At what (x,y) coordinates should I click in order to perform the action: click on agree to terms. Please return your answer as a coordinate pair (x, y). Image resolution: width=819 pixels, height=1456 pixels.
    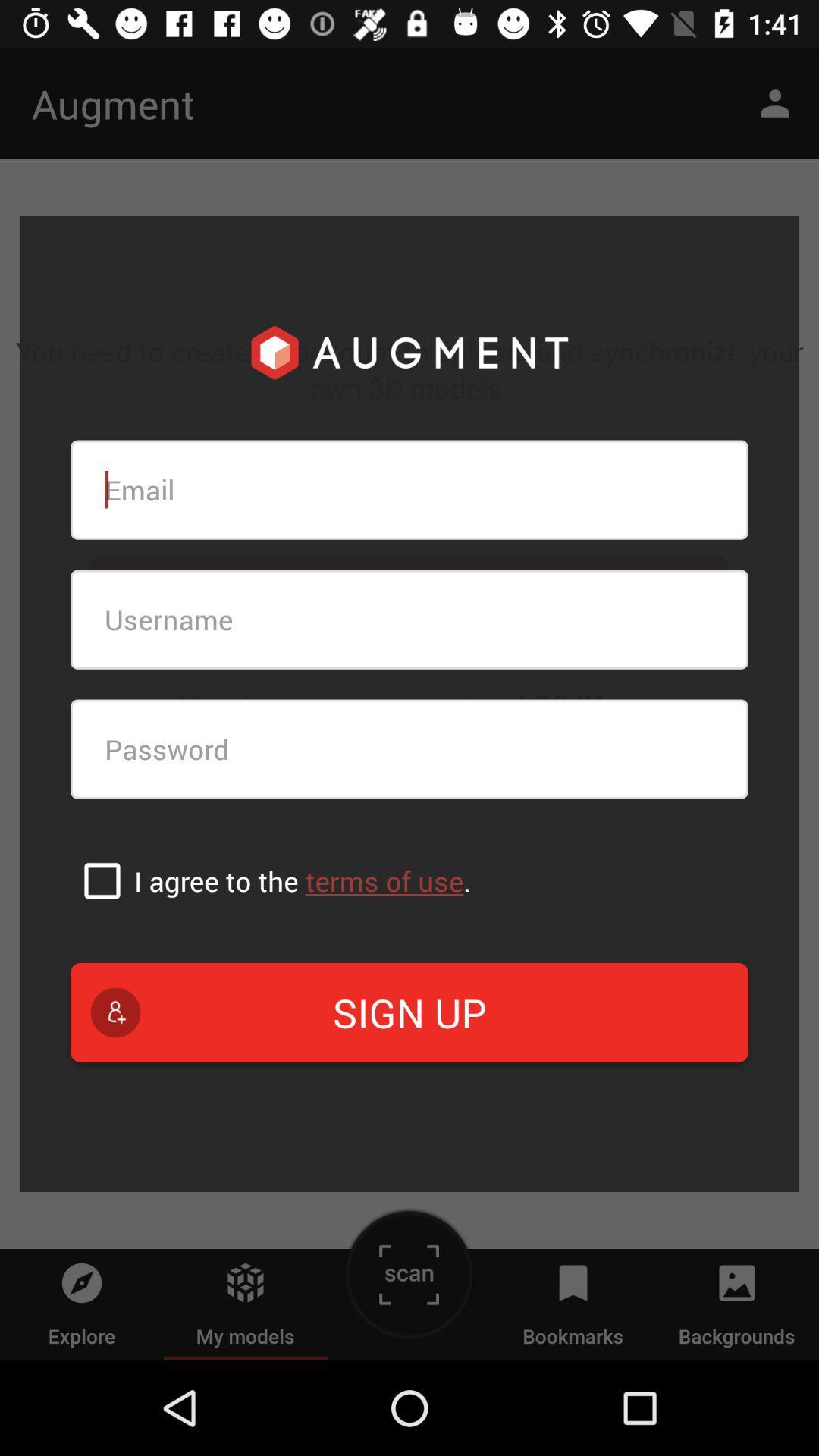
    Looking at the image, I should click on (102, 880).